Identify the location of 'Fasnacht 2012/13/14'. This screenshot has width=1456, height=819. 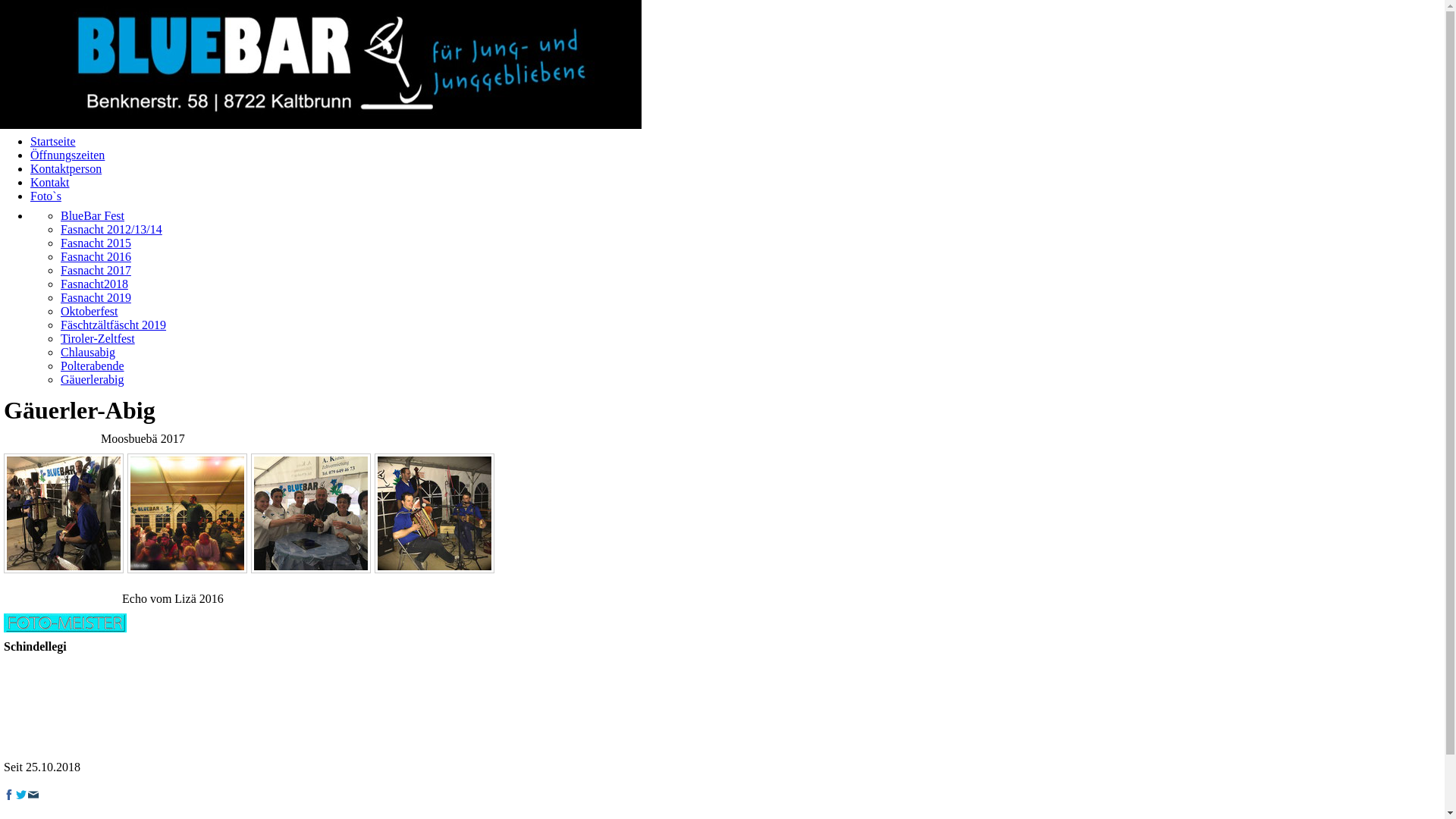
(111, 229).